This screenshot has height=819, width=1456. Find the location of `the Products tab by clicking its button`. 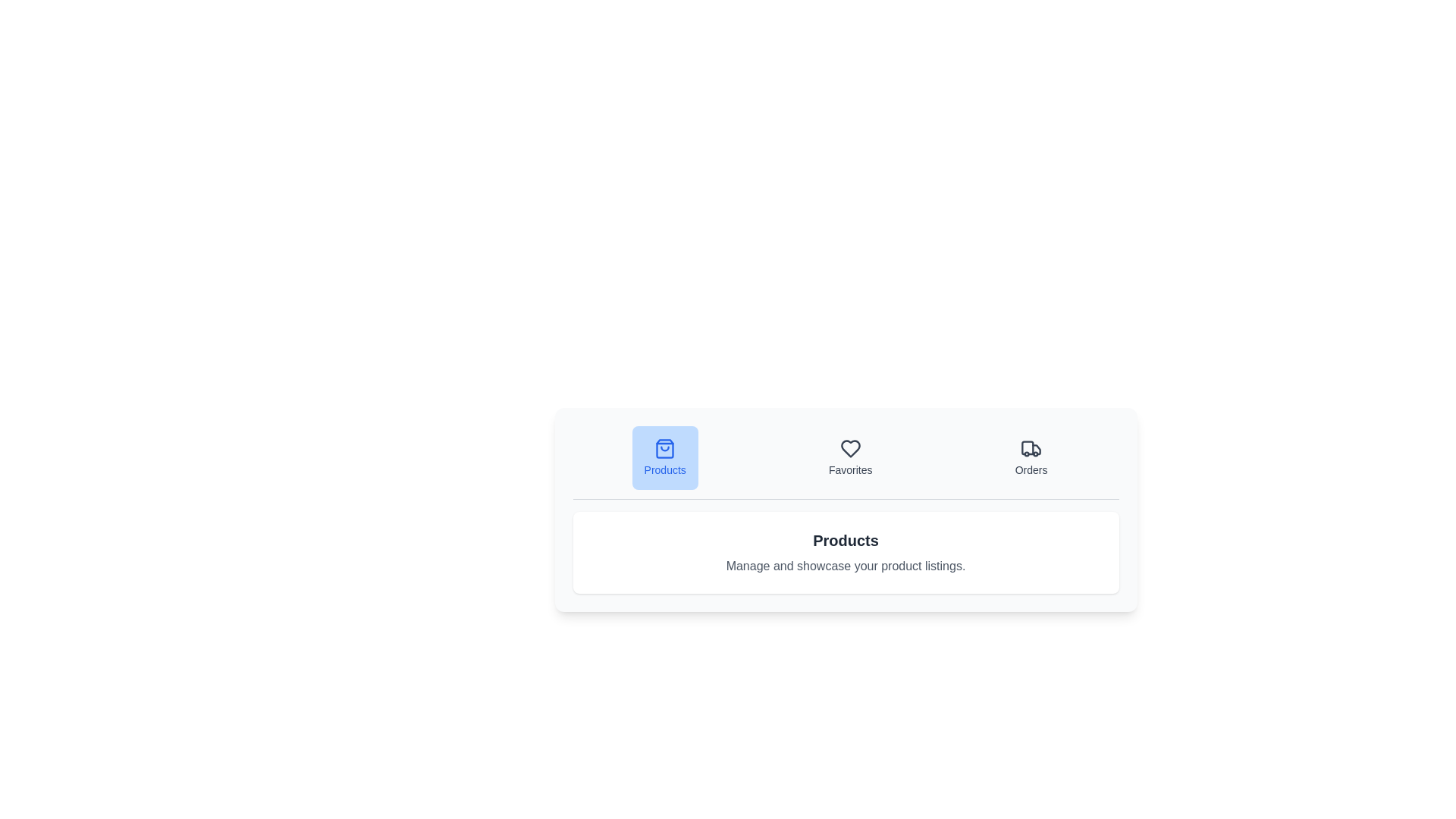

the Products tab by clicking its button is located at coordinates (665, 457).